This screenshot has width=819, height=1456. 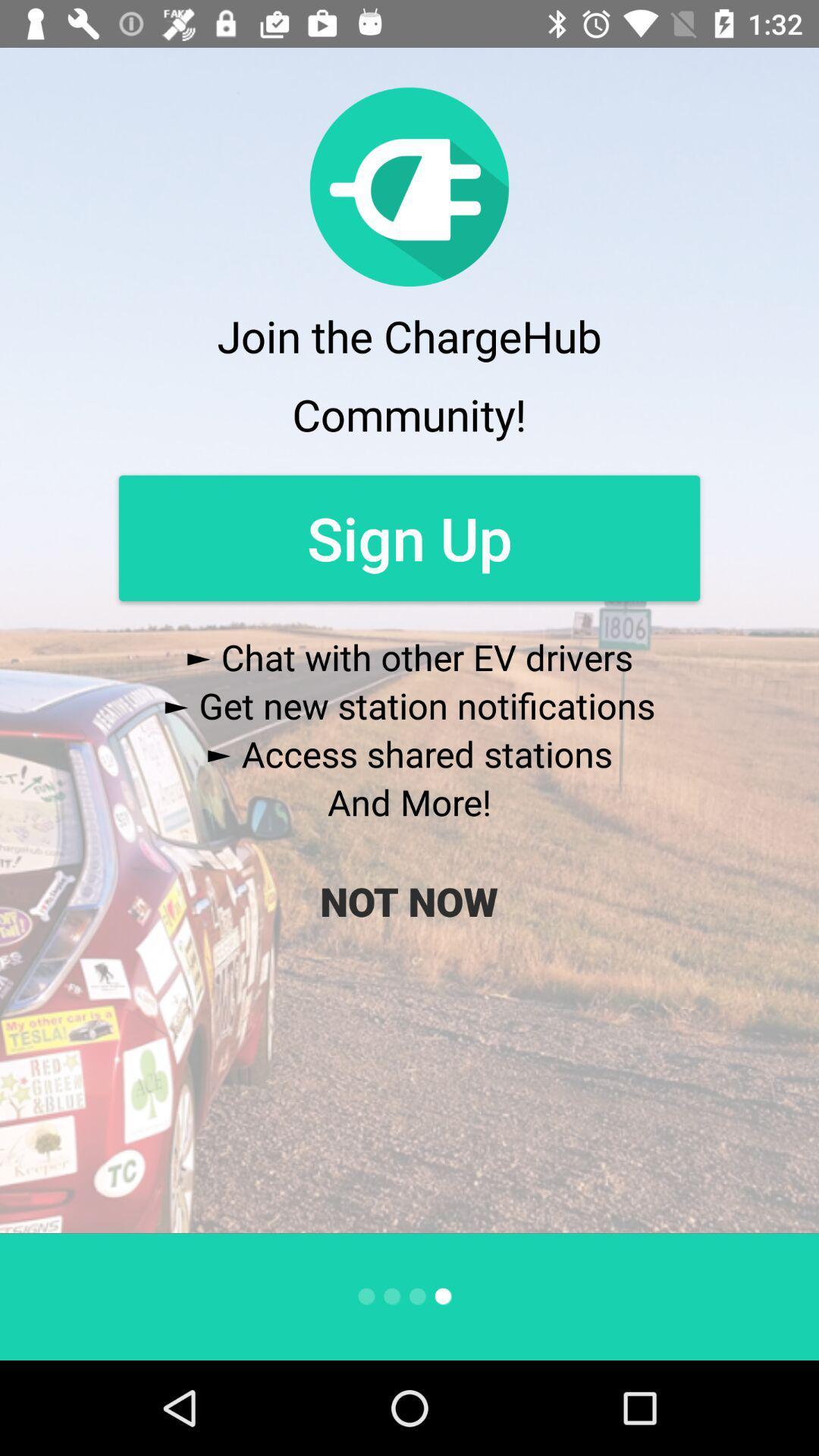 What do you see at coordinates (409, 538) in the screenshot?
I see `the sign up` at bounding box center [409, 538].